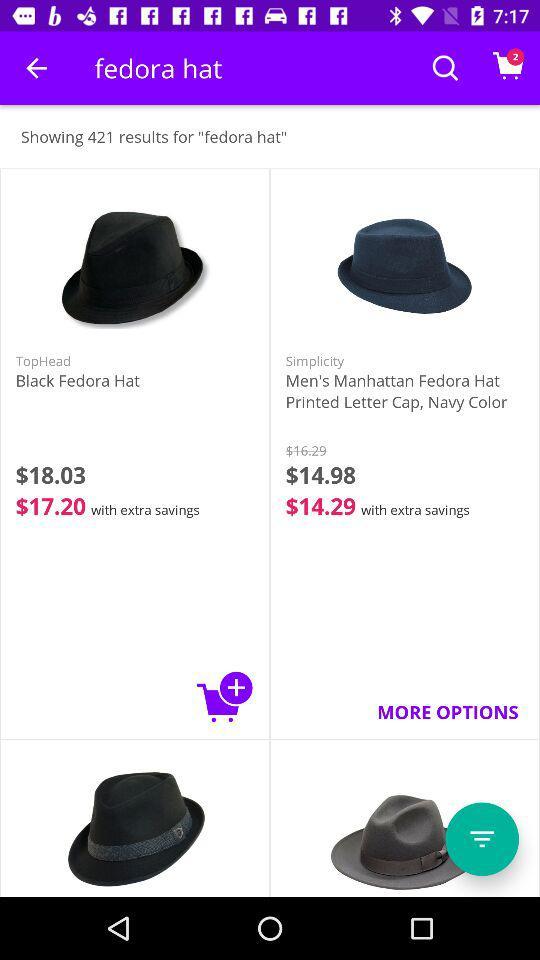 This screenshot has height=960, width=540. Describe the element at coordinates (481, 839) in the screenshot. I see `the filter_list icon` at that location.